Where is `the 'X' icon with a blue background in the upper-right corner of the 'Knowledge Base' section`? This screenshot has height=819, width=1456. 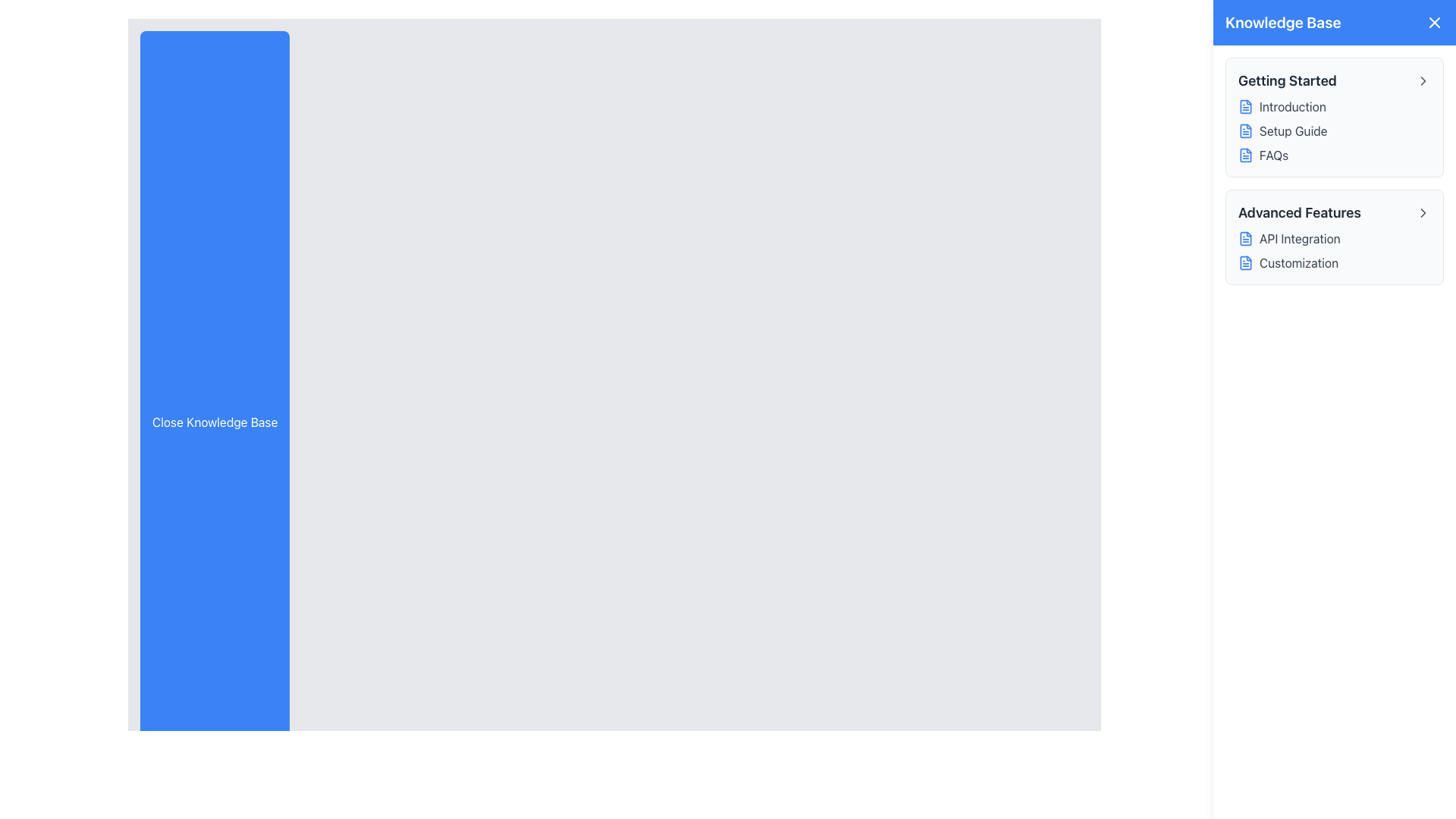 the 'X' icon with a blue background in the upper-right corner of the 'Knowledge Base' section is located at coordinates (1433, 23).